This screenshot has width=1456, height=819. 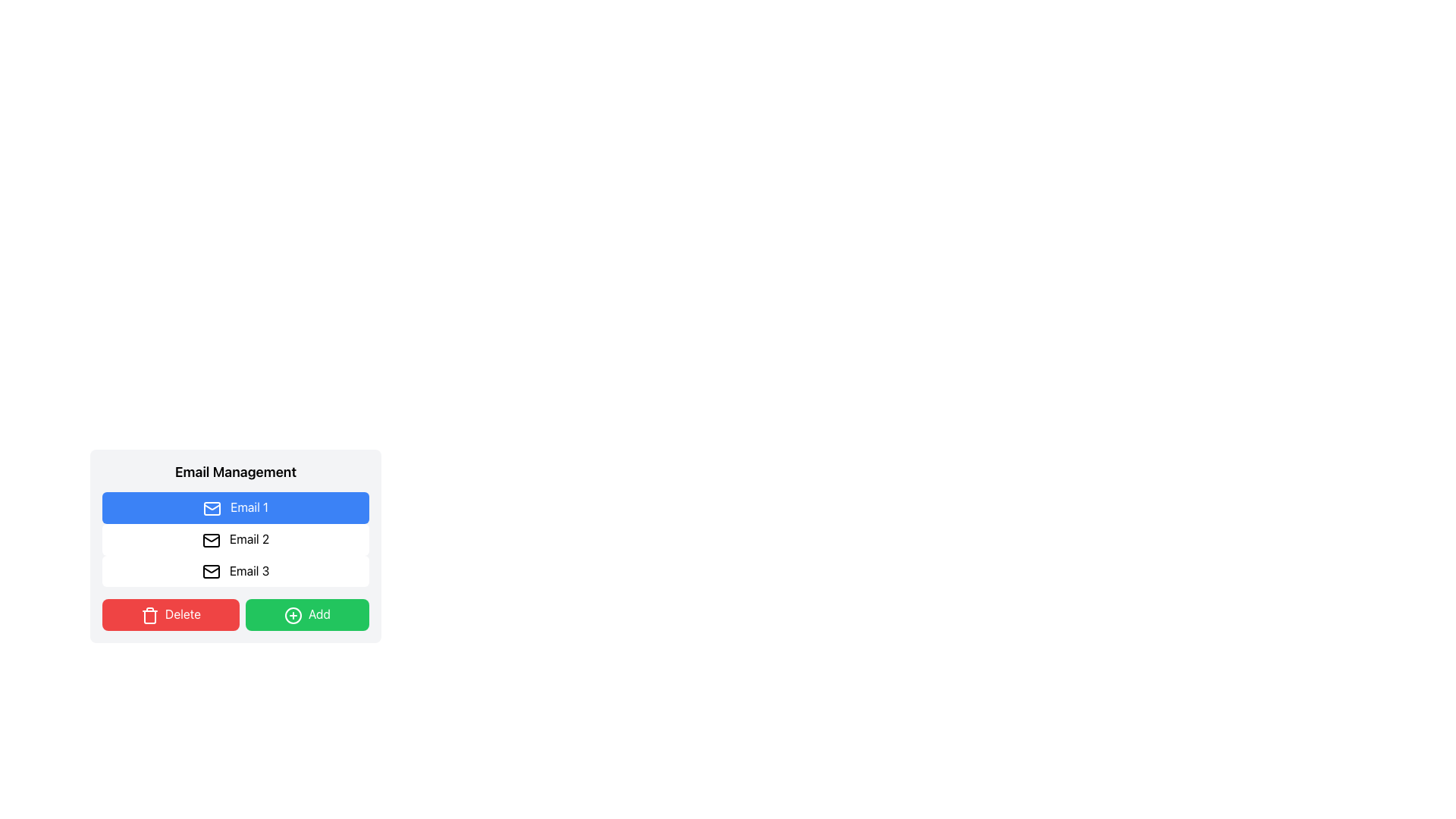 What do you see at coordinates (211, 507) in the screenshot?
I see `the envelope icon part that symbolizes an email item, located to the left of the text 'Email 1' in the first list item` at bounding box center [211, 507].